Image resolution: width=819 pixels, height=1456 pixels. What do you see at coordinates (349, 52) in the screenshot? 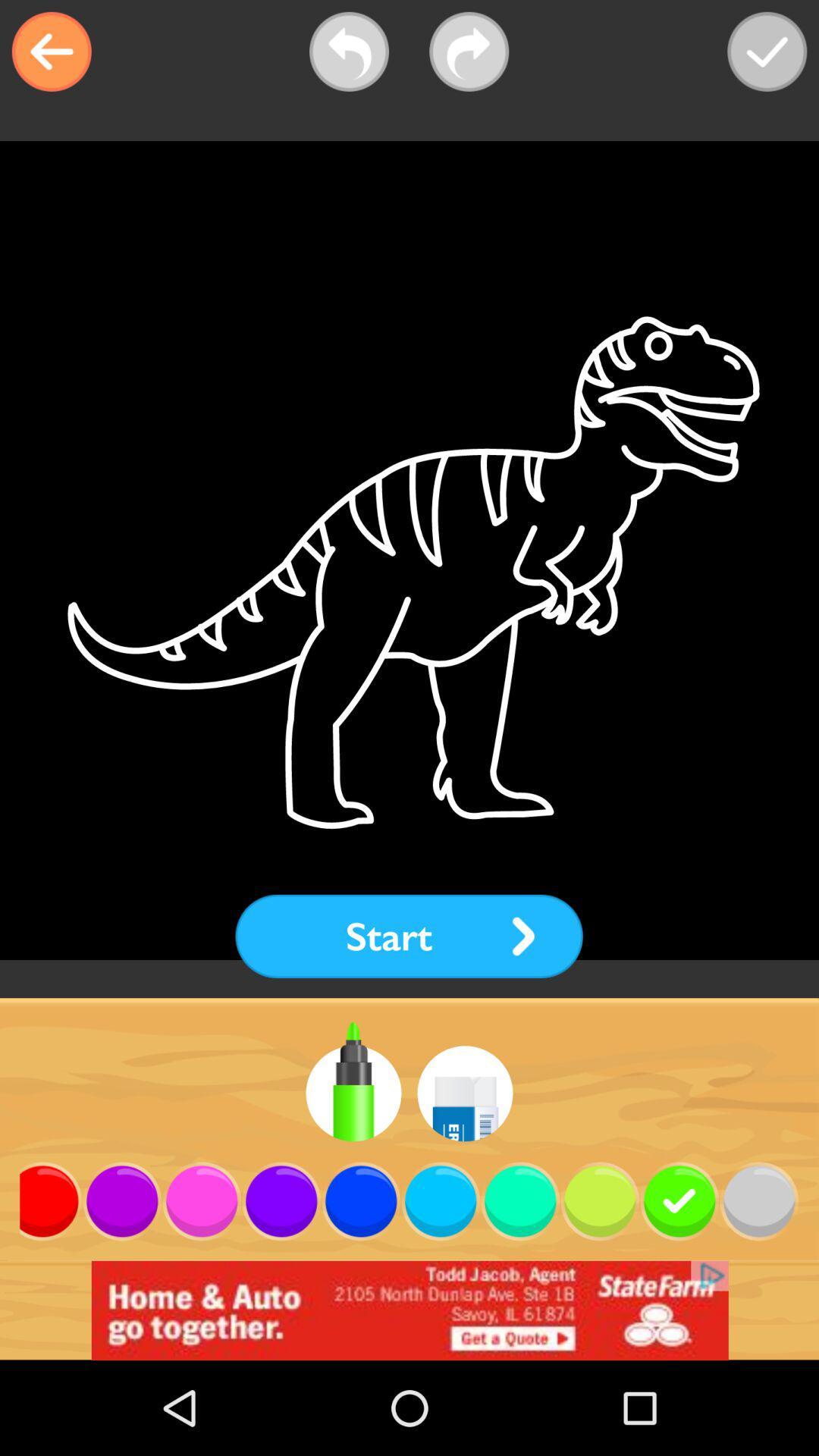
I see `undo` at bounding box center [349, 52].